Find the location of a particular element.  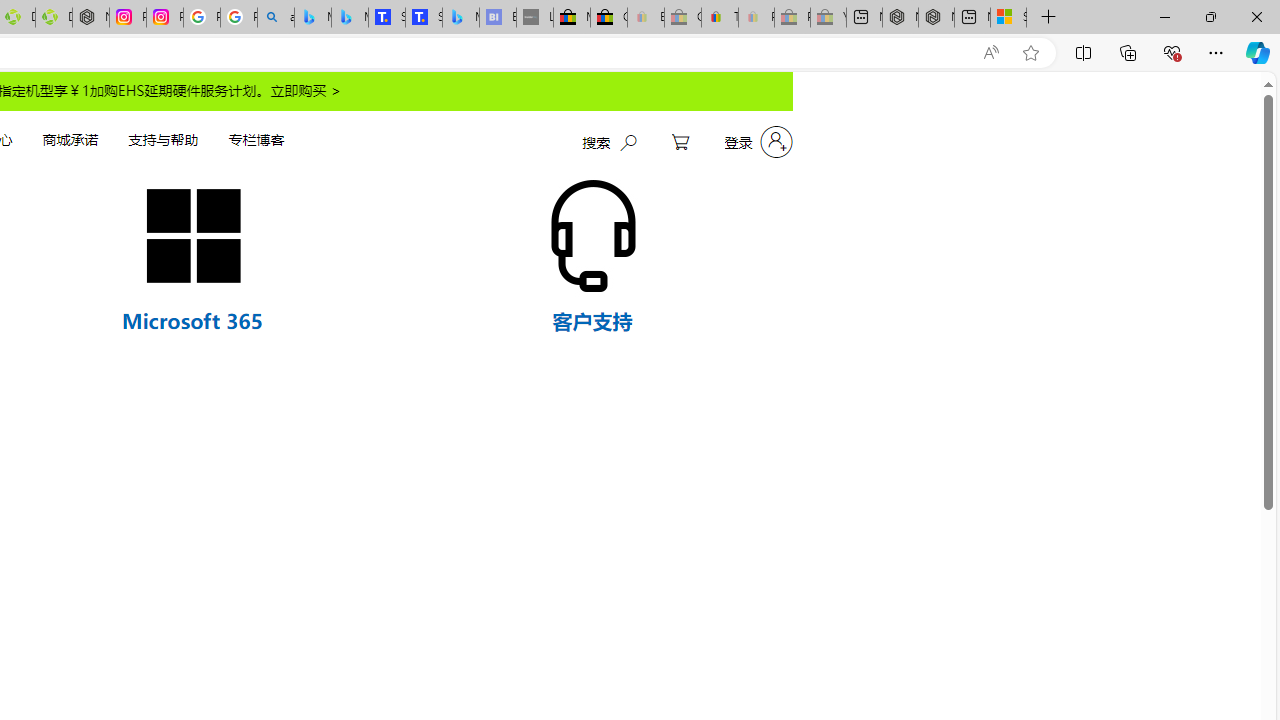

'Payments Terms of Use | eBay.com - Sleeping' is located at coordinates (755, 17).